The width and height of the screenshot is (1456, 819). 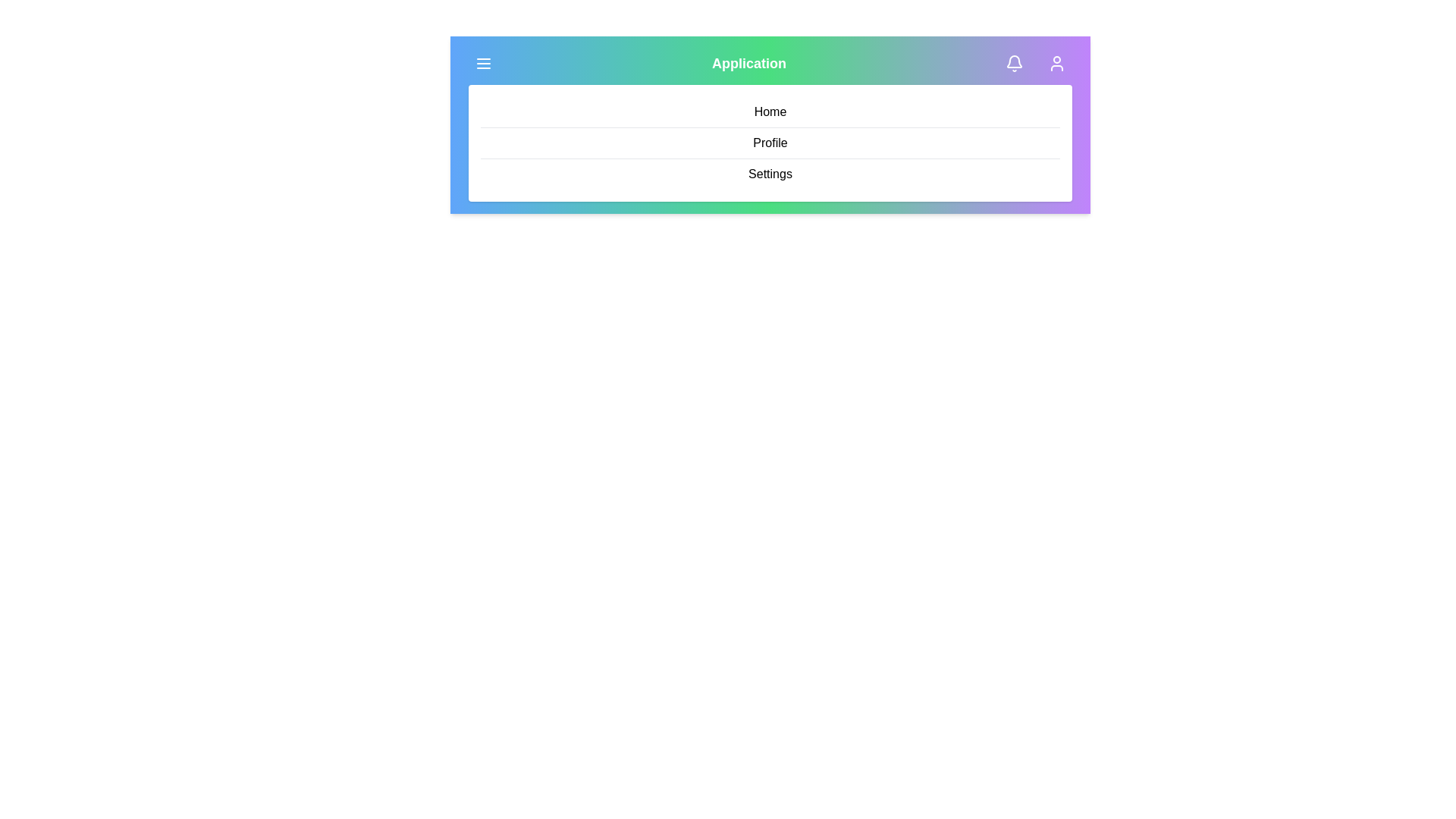 What do you see at coordinates (1056, 63) in the screenshot?
I see `the user profile icon to open the profile menu` at bounding box center [1056, 63].